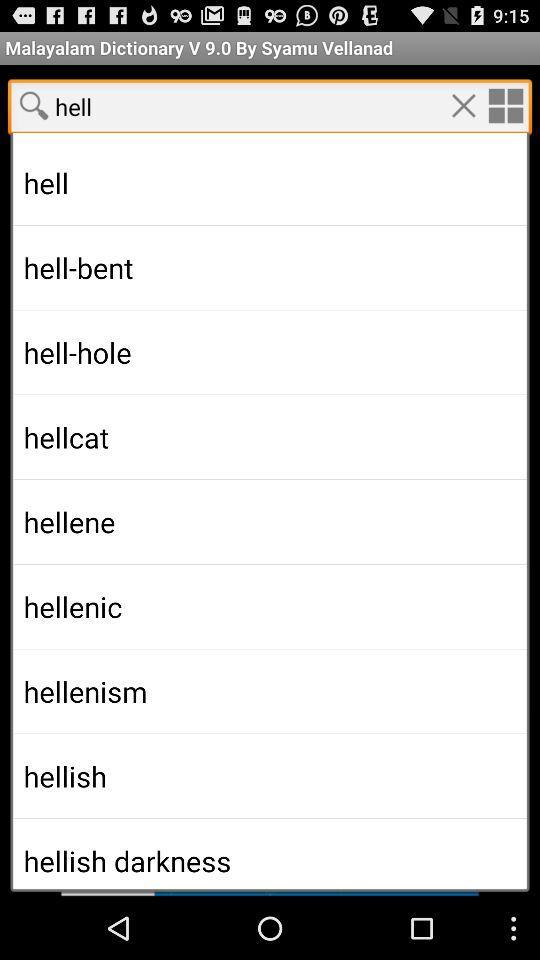 The width and height of the screenshot is (540, 960). What do you see at coordinates (33, 105) in the screenshot?
I see `search the word` at bounding box center [33, 105].